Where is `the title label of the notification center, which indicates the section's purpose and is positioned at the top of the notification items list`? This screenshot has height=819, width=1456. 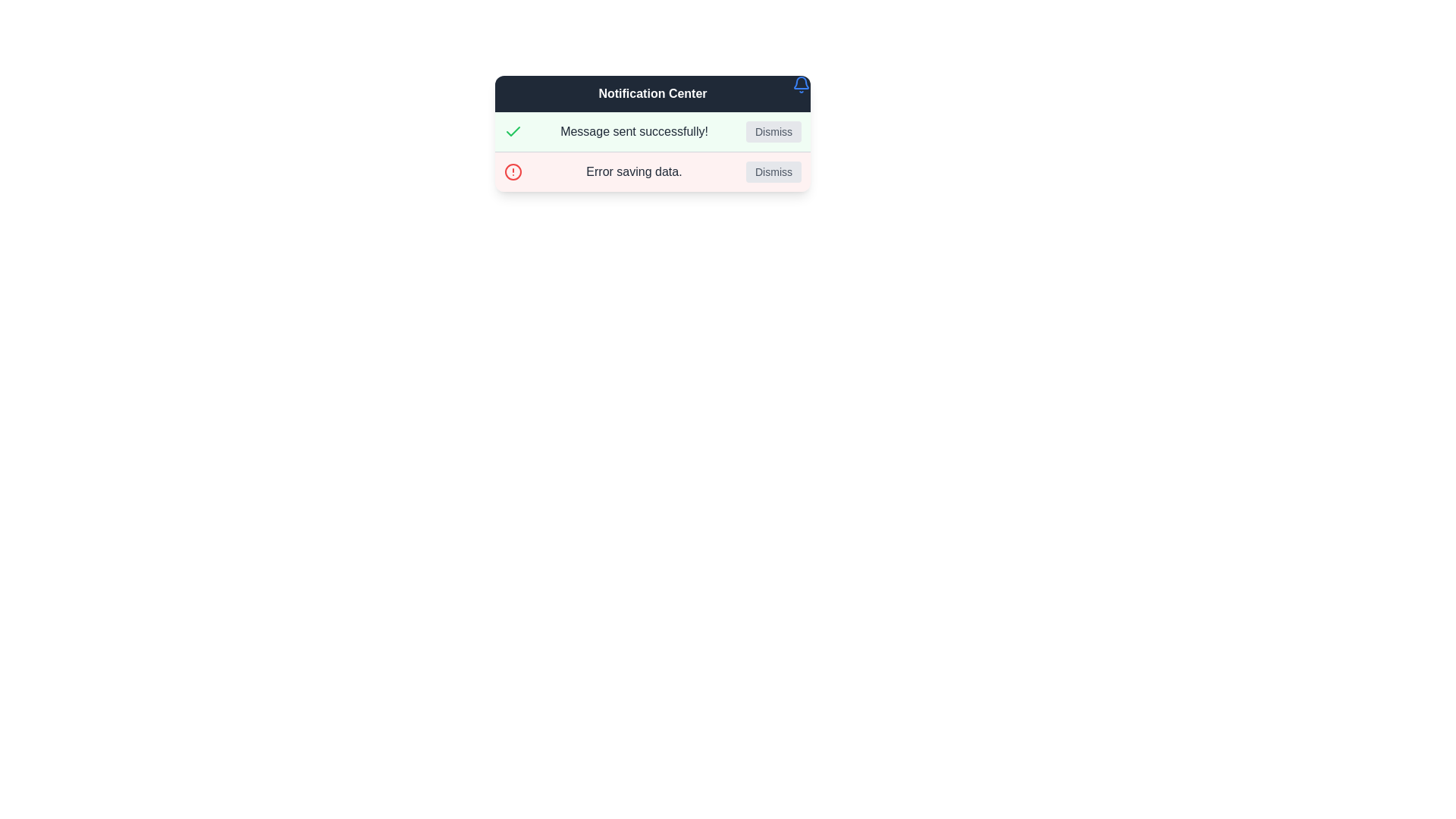 the title label of the notification center, which indicates the section's purpose and is positioned at the top of the notification items list is located at coordinates (652, 93).